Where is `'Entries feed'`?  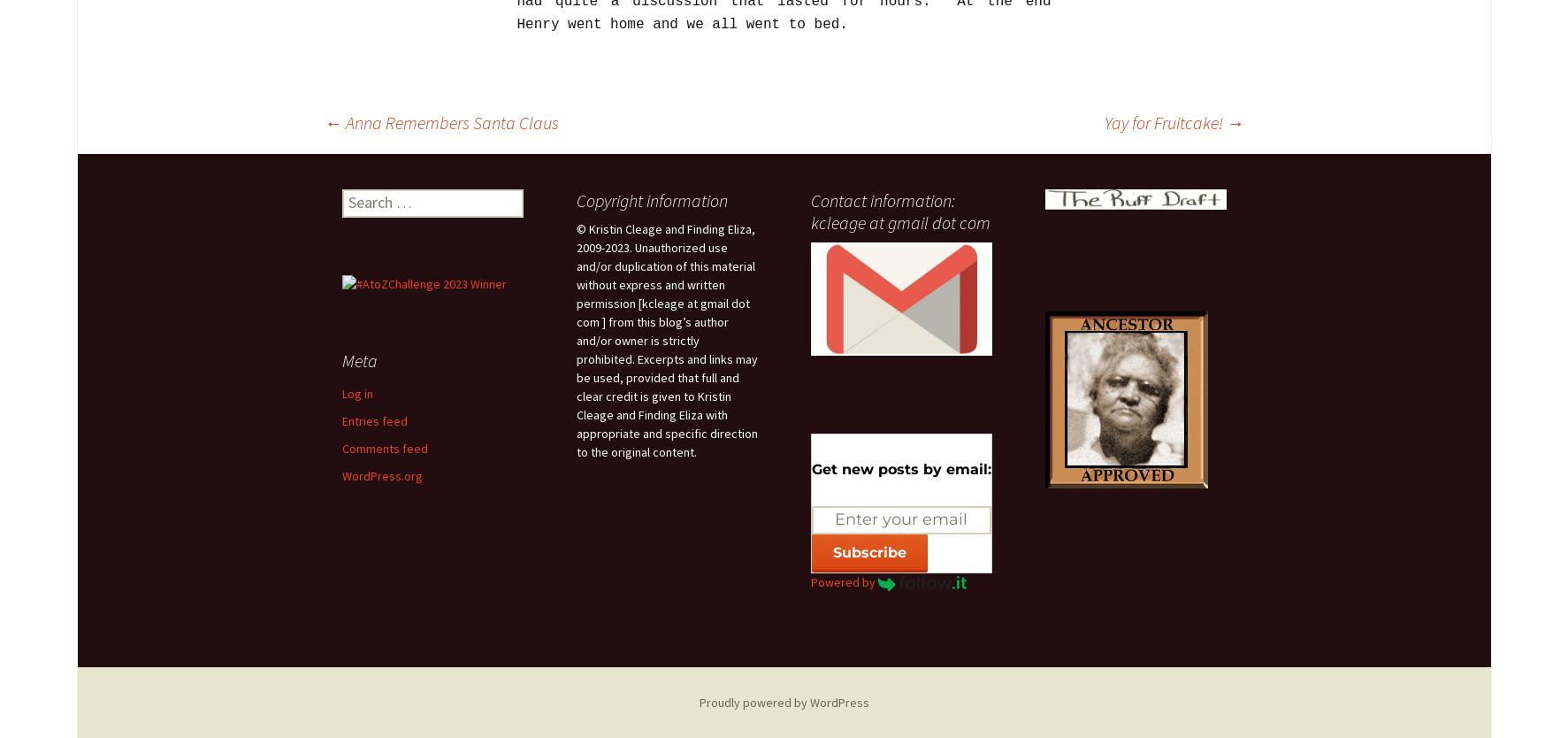
'Entries feed' is located at coordinates (373, 419).